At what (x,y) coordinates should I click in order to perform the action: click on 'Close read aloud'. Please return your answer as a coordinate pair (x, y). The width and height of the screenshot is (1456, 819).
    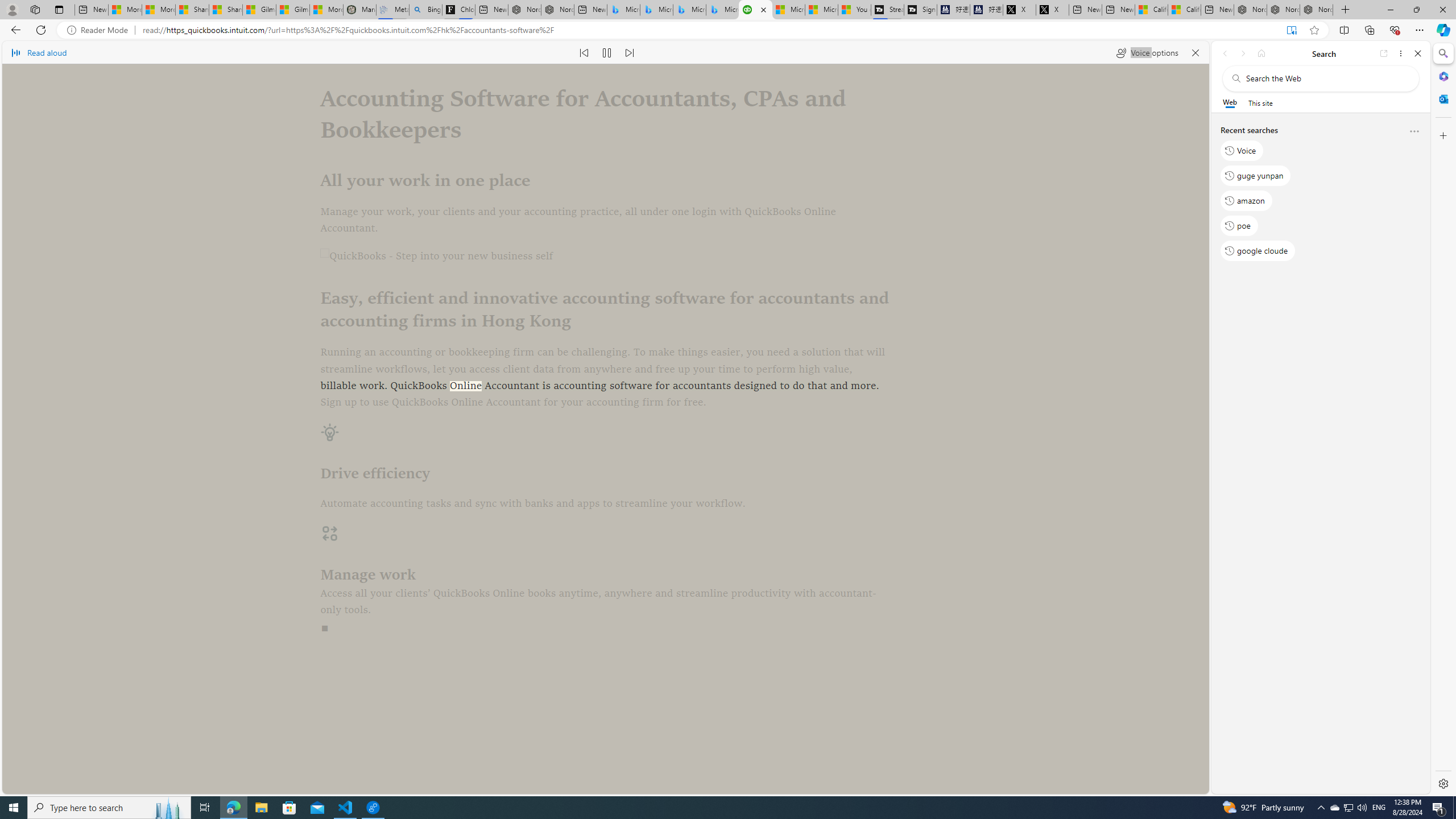
    Looking at the image, I should click on (1194, 52).